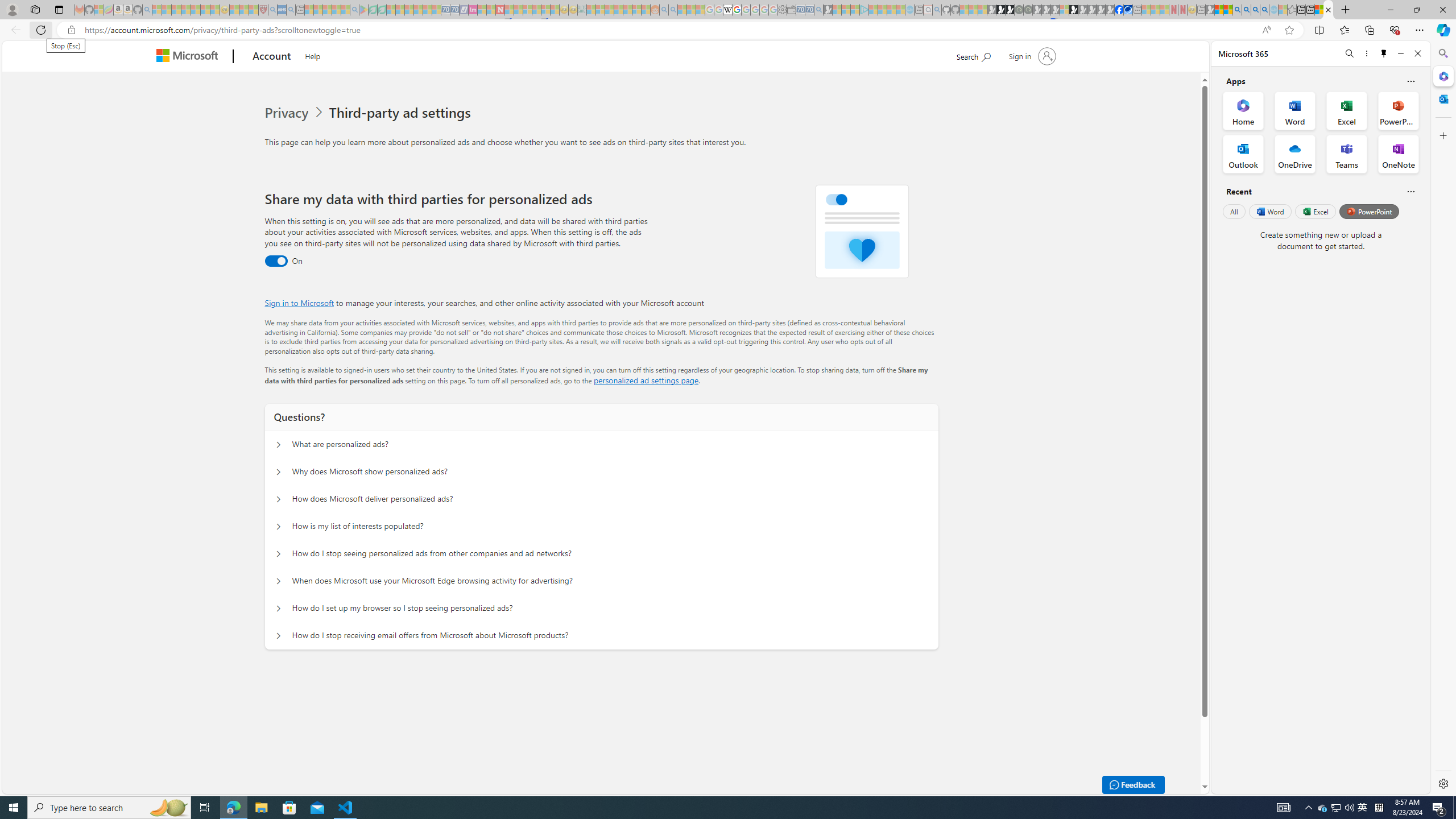 This screenshot has height=819, width=1456. What do you see at coordinates (581, 9) in the screenshot?
I see `'DITOGAMES AG Imprint - Sleeping'` at bounding box center [581, 9].